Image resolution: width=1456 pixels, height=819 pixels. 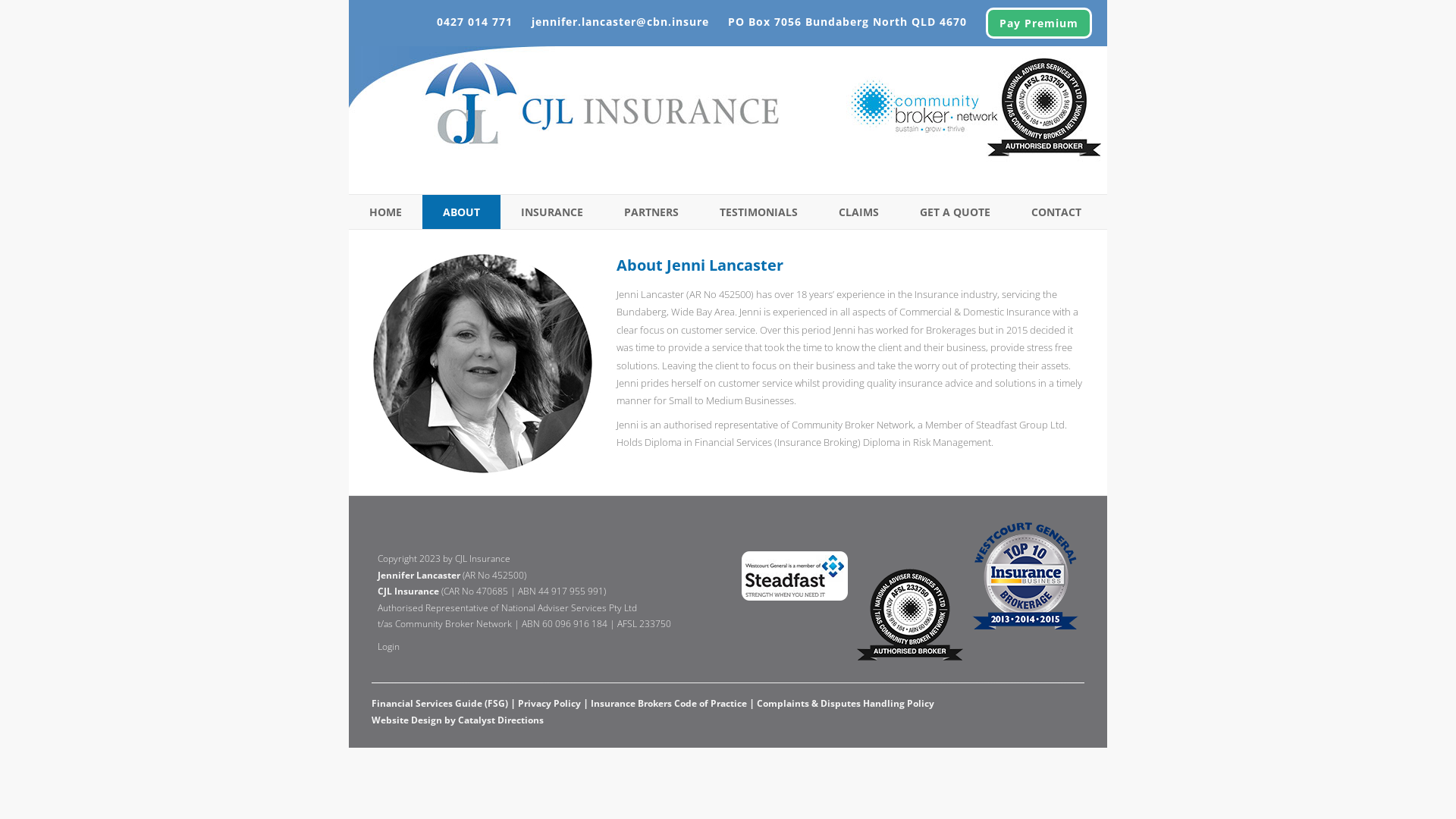 What do you see at coordinates (757, 703) in the screenshot?
I see `'Complaints & Disputes Handling Policy'` at bounding box center [757, 703].